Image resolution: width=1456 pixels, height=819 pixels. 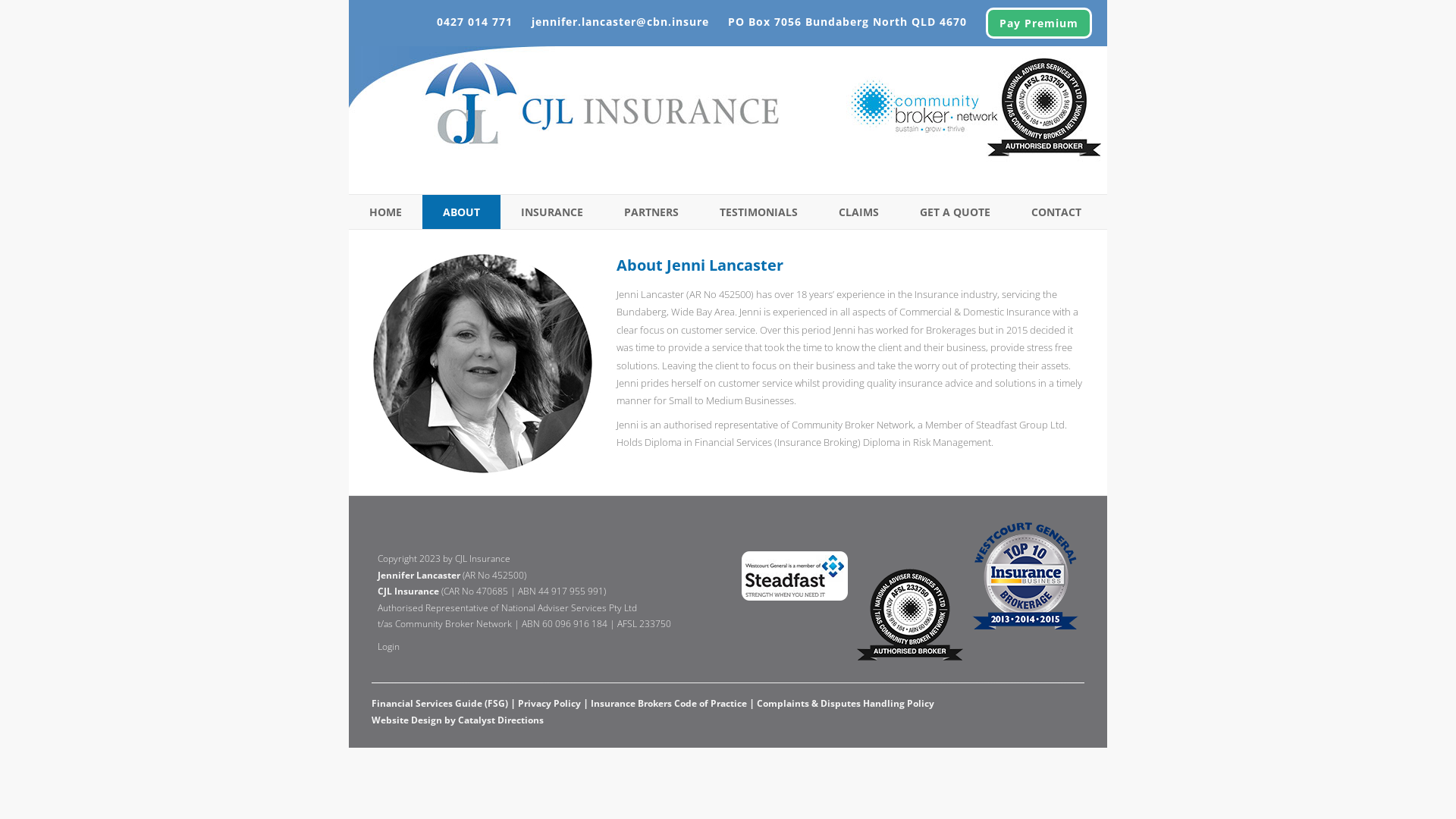 What do you see at coordinates (757, 703) in the screenshot?
I see `'Complaints & Disputes Handling Policy'` at bounding box center [757, 703].